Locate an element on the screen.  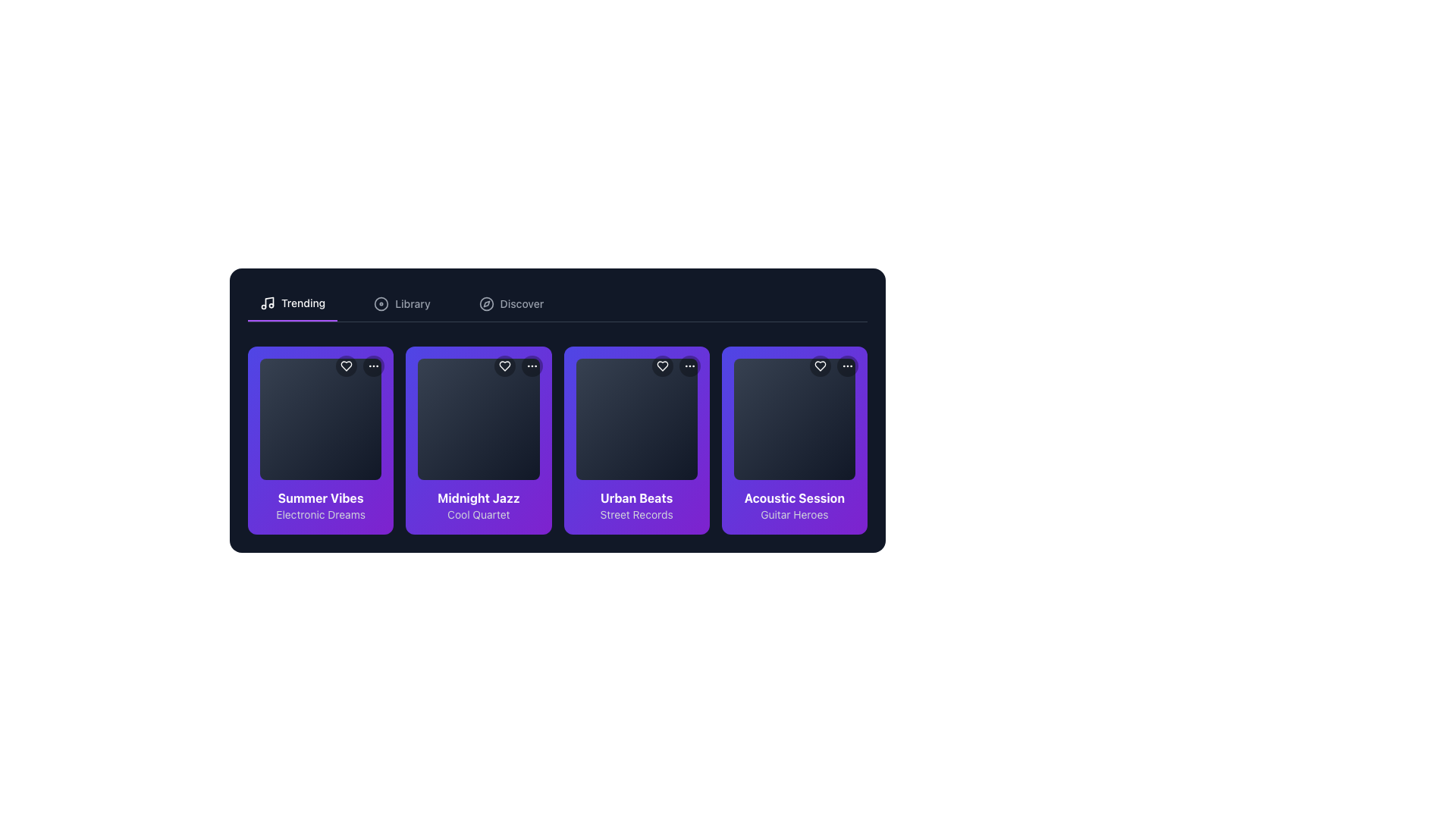
the circular icon with a double circle design located in the navigation bar, next to the text 'Library' is located at coordinates (381, 304).